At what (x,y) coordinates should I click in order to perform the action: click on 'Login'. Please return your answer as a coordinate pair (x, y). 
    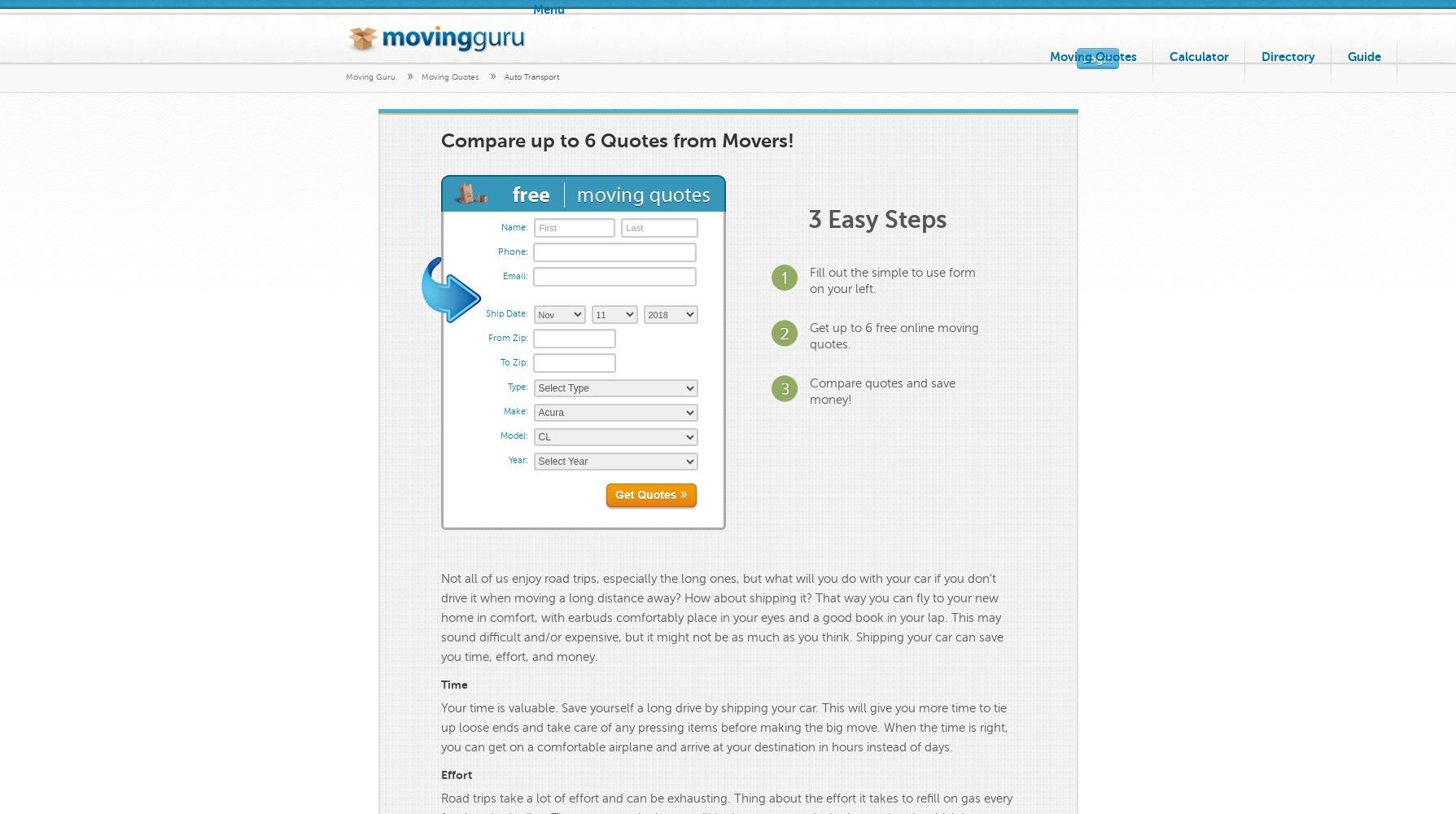
    Looking at the image, I should click on (1097, 58).